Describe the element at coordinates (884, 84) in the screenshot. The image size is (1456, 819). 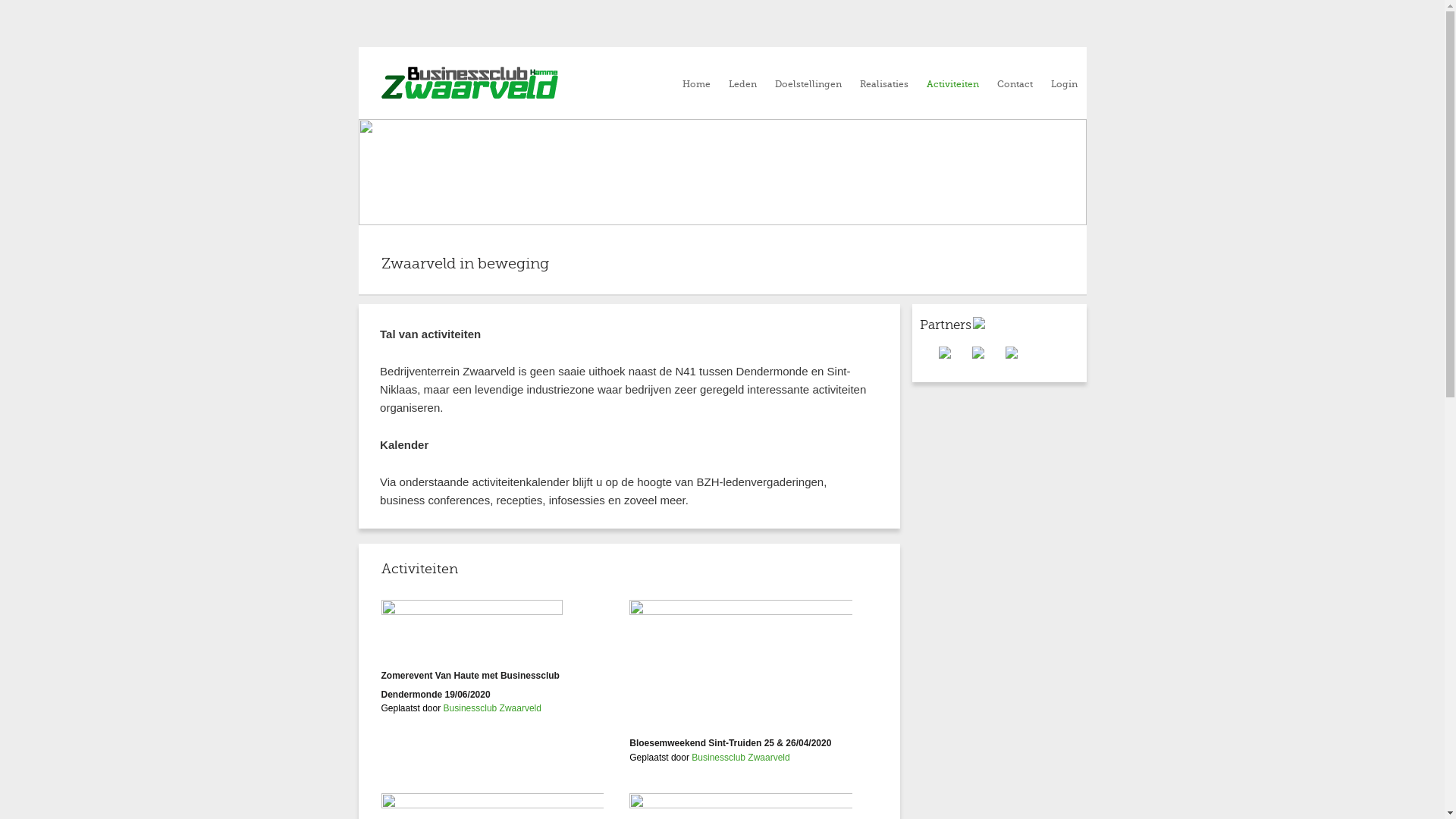
I see `'Realisaties'` at that location.